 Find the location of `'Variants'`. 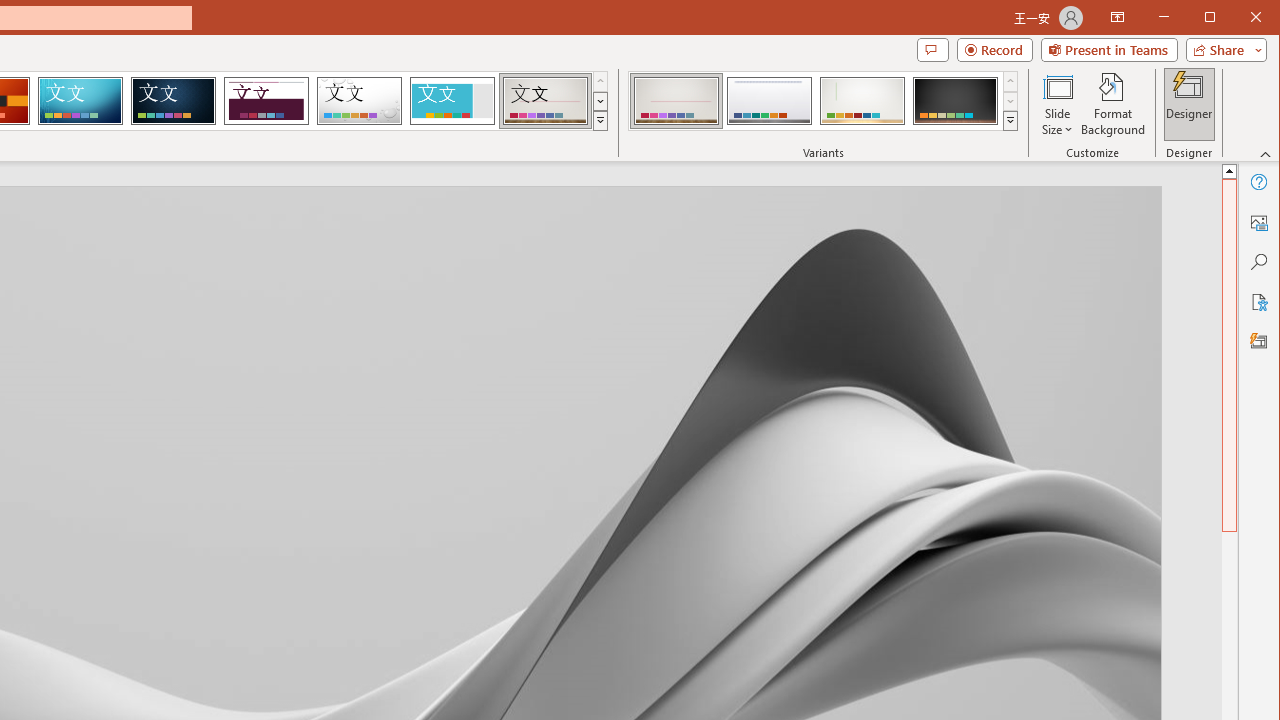

'Variants' is located at coordinates (1010, 120).